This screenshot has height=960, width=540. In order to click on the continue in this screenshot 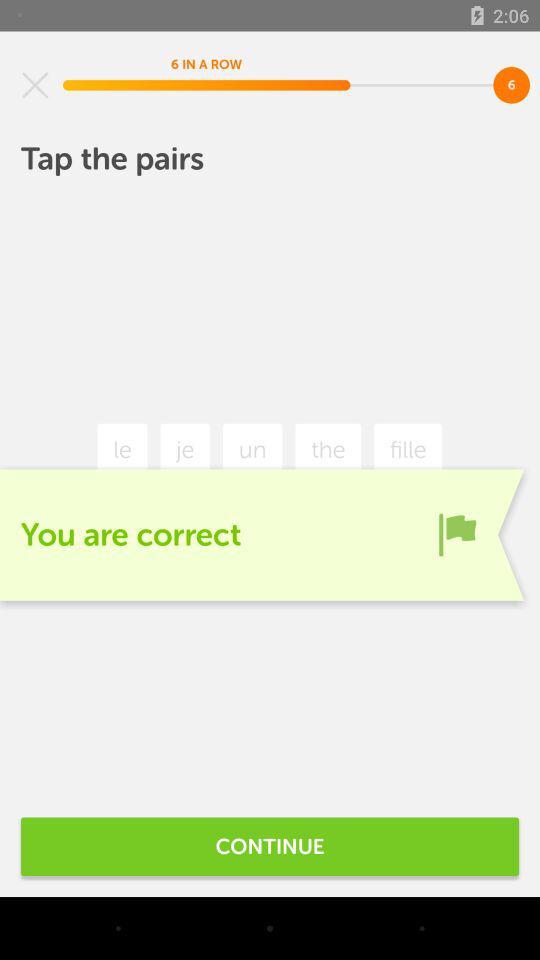, I will do `click(270, 845)`.